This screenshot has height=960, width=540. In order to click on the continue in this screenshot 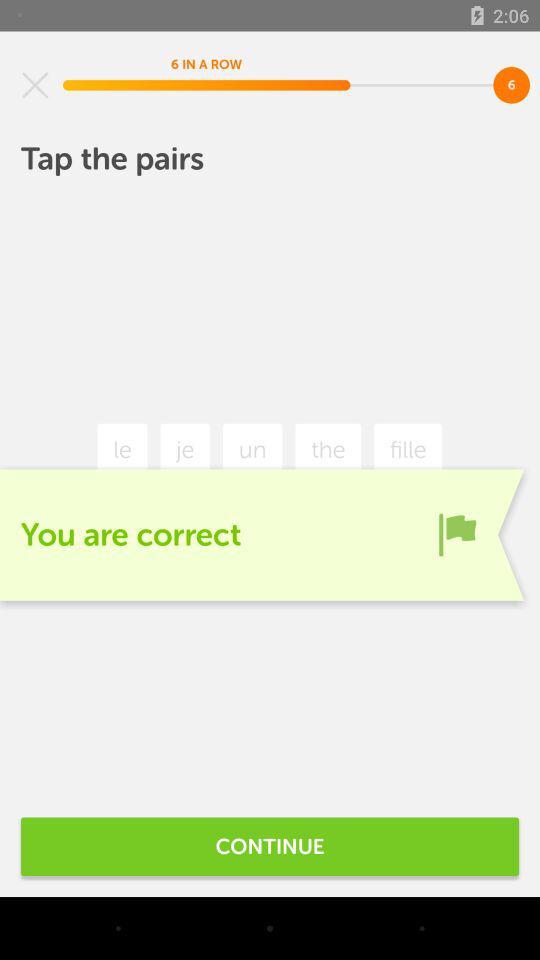, I will do `click(270, 845)`.